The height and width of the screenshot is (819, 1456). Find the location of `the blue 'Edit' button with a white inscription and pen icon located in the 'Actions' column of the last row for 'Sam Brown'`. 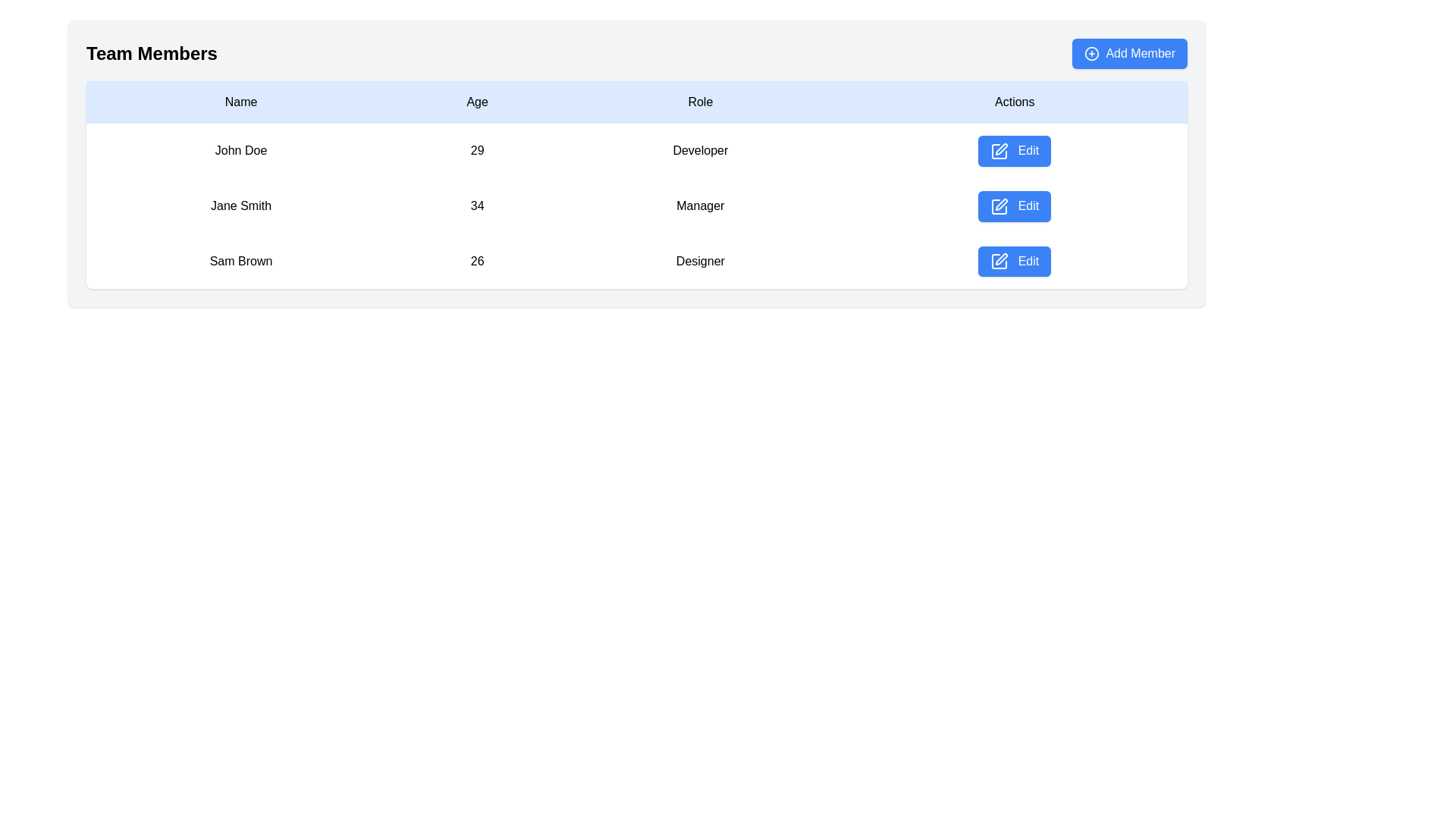

the blue 'Edit' button with a white inscription and pen icon located in the 'Actions' column of the last row for 'Sam Brown' is located at coordinates (1015, 260).